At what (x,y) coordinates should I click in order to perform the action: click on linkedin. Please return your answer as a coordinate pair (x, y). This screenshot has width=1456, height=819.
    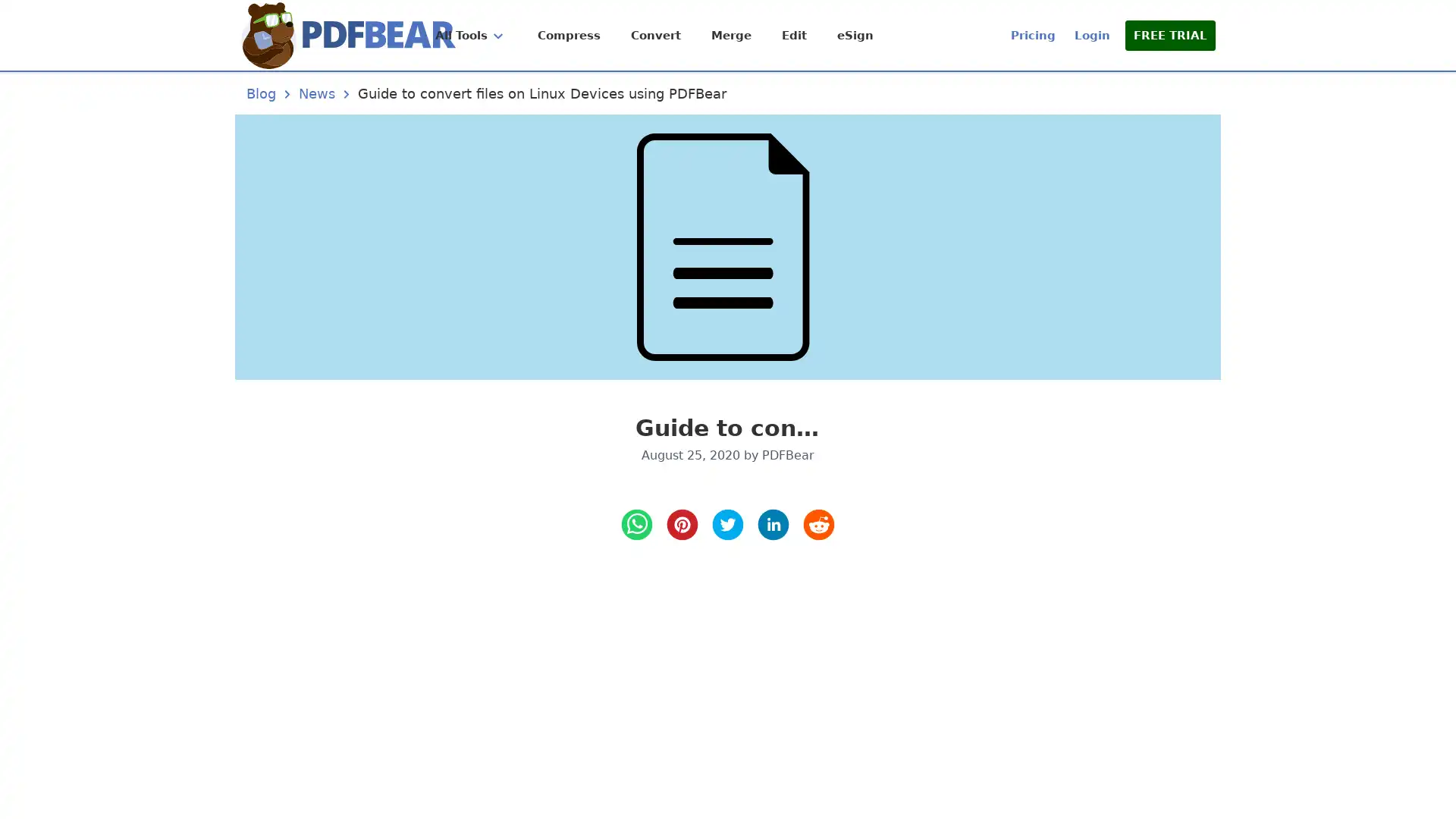
    Looking at the image, I should click on (773, 523).